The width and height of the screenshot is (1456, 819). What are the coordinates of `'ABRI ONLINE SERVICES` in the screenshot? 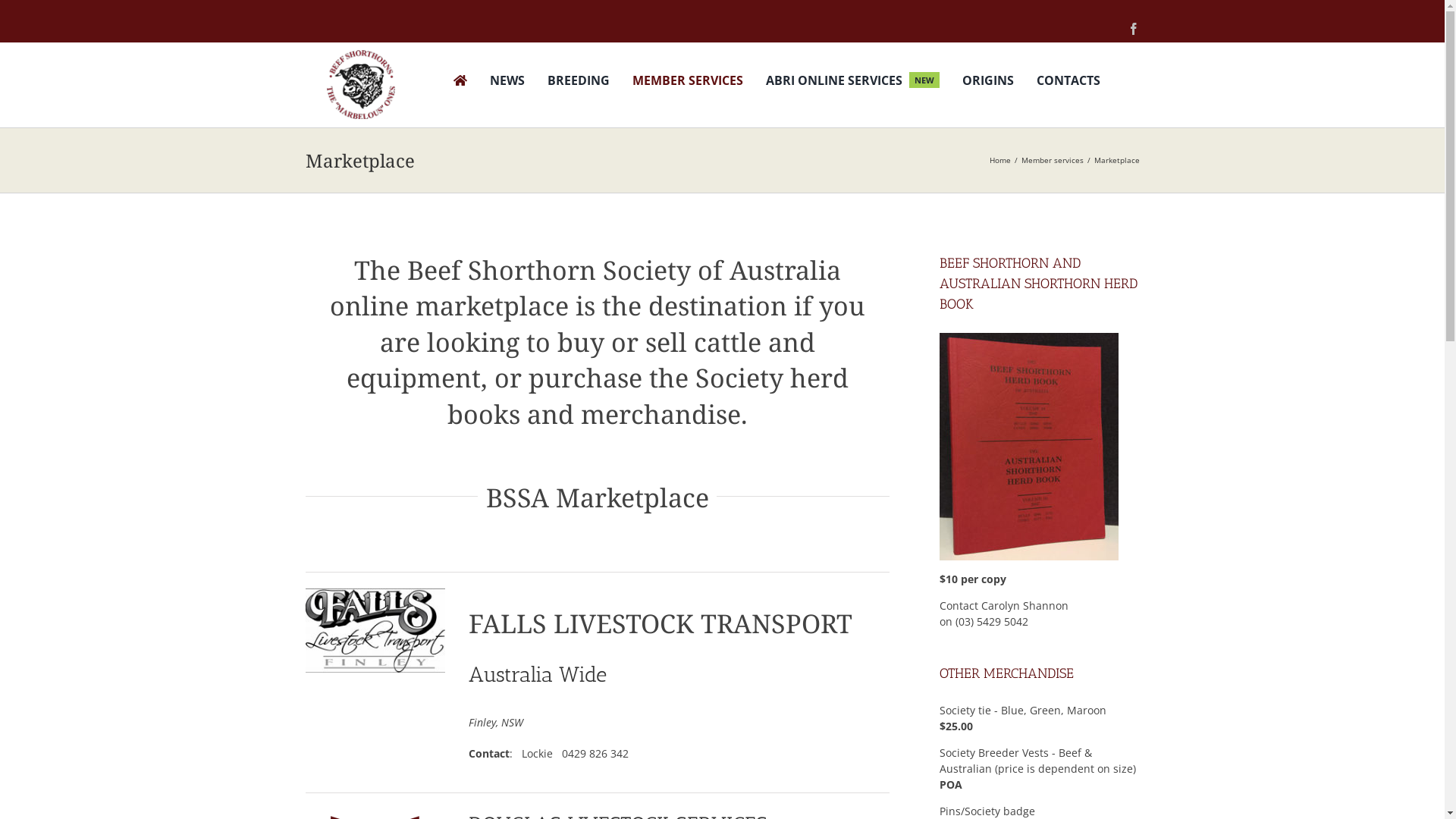 It's located at (852, 82).